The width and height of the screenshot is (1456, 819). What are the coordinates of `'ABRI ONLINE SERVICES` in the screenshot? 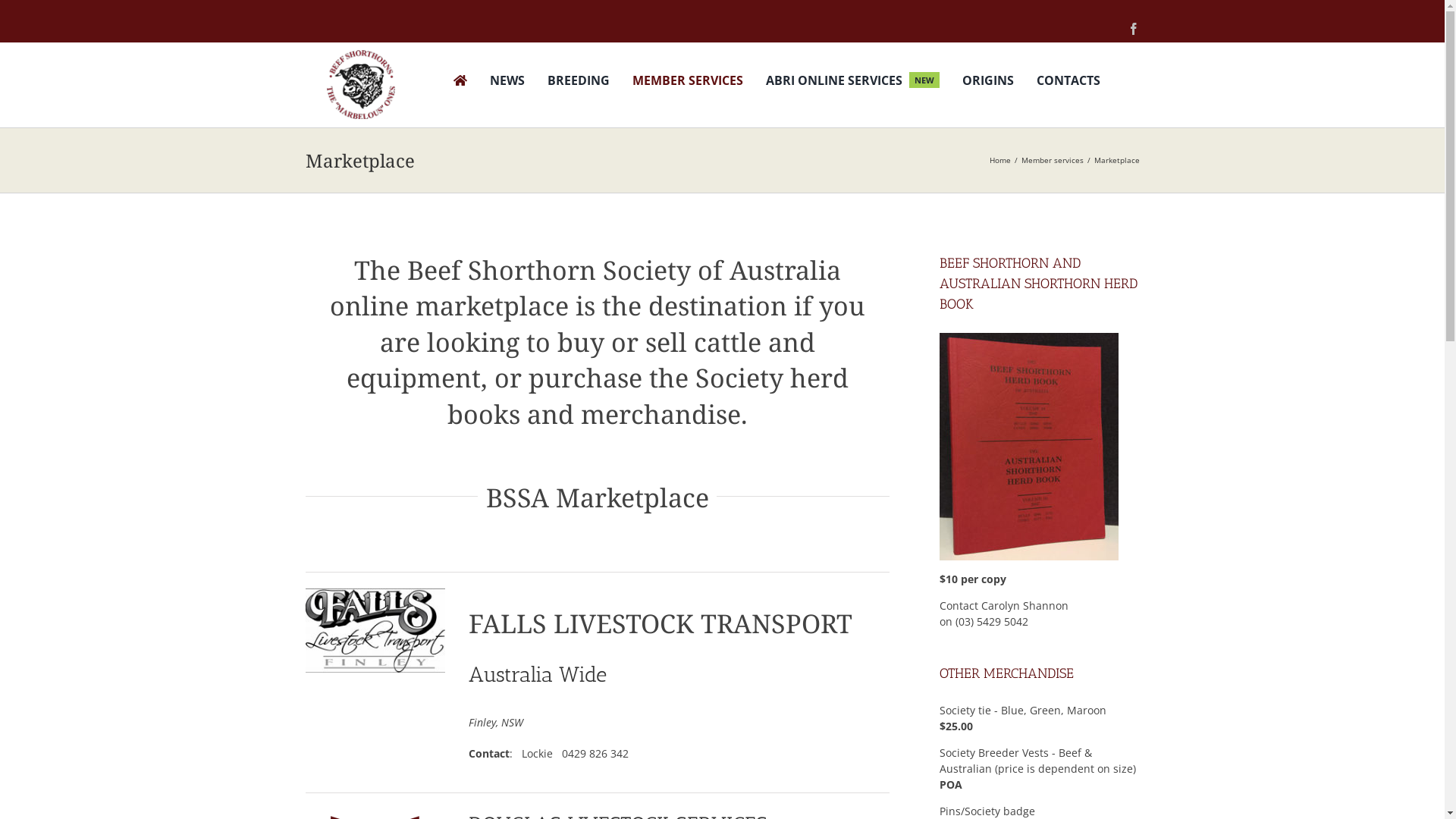 It's located at (852, 82).